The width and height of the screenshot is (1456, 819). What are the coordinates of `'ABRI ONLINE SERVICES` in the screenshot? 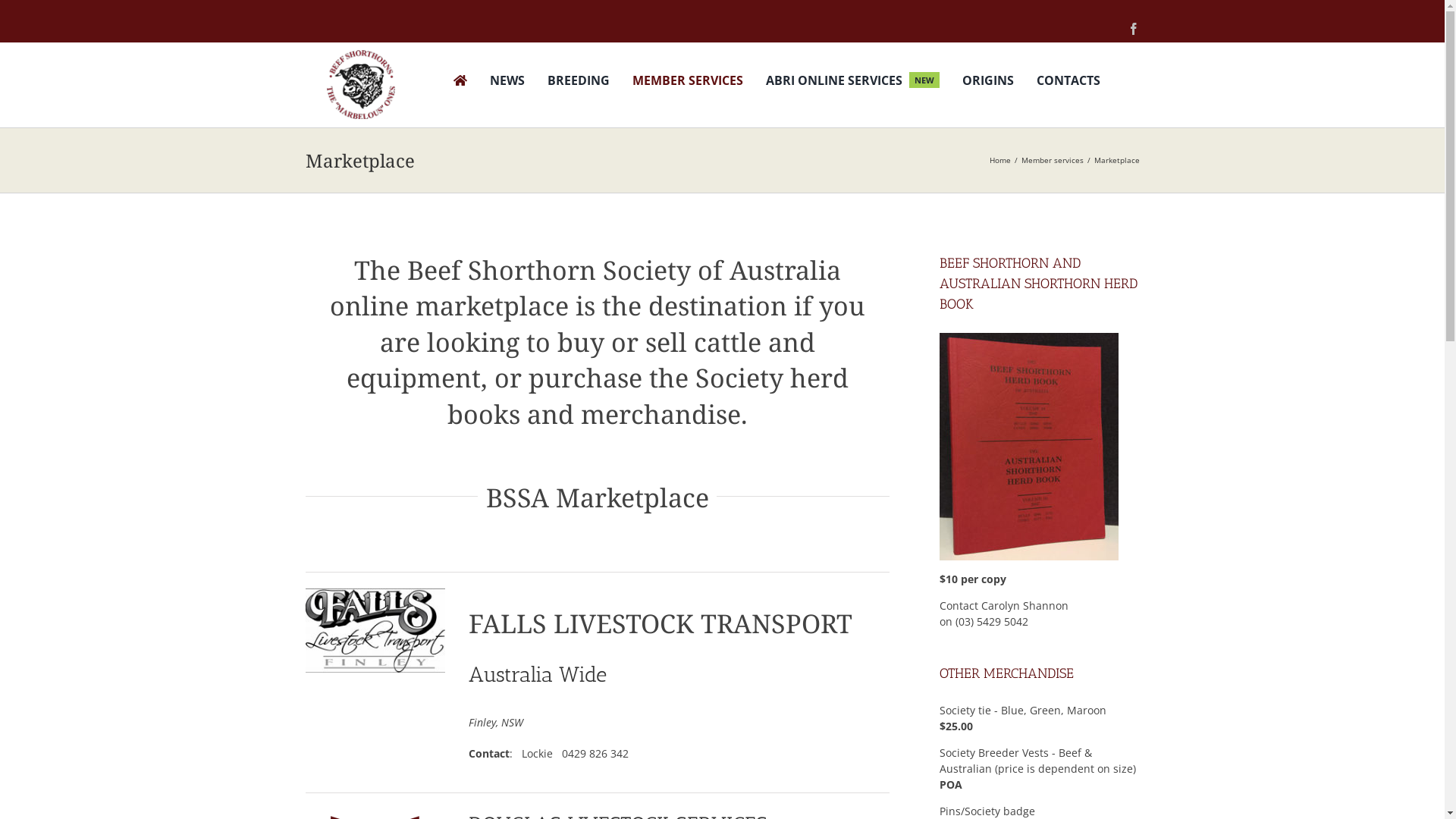 It's located at (852, 82).